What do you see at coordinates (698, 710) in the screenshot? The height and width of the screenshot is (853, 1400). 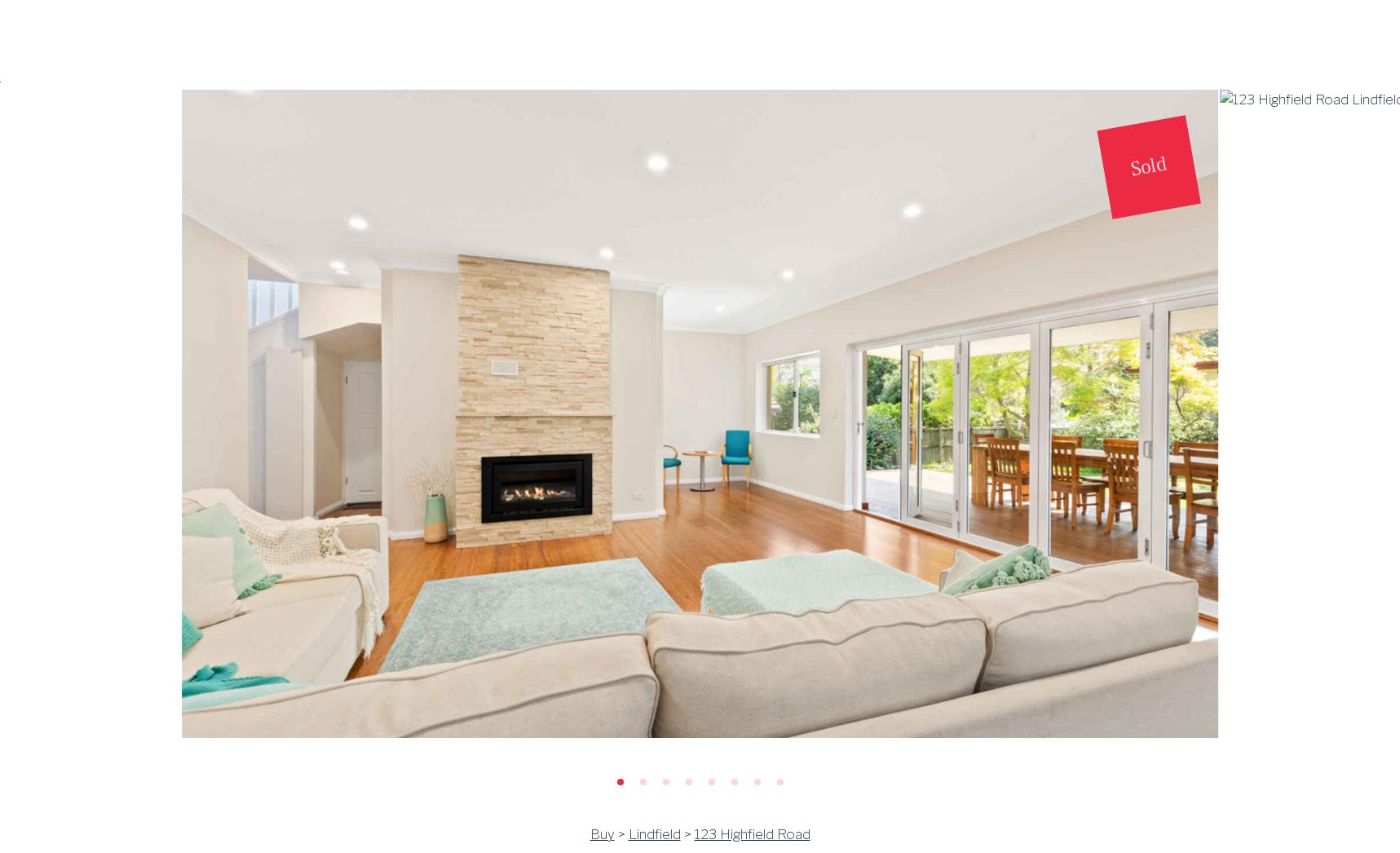 I see `'Share this property with friends'` at bounding box center [698, 710].